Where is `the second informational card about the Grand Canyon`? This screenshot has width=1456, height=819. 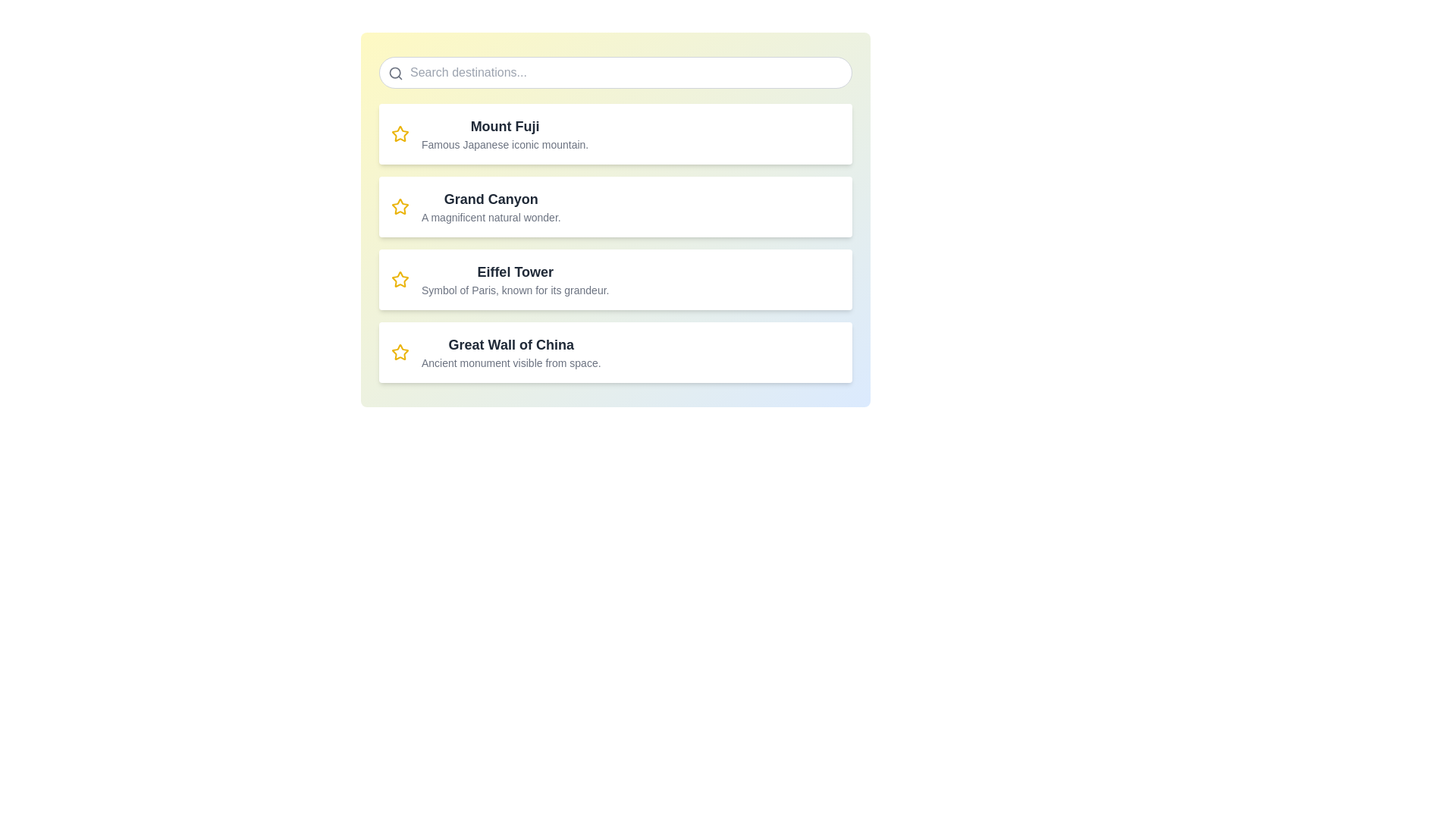 the second informational card about the Grand Canyon is located at coordinates (615, 219).